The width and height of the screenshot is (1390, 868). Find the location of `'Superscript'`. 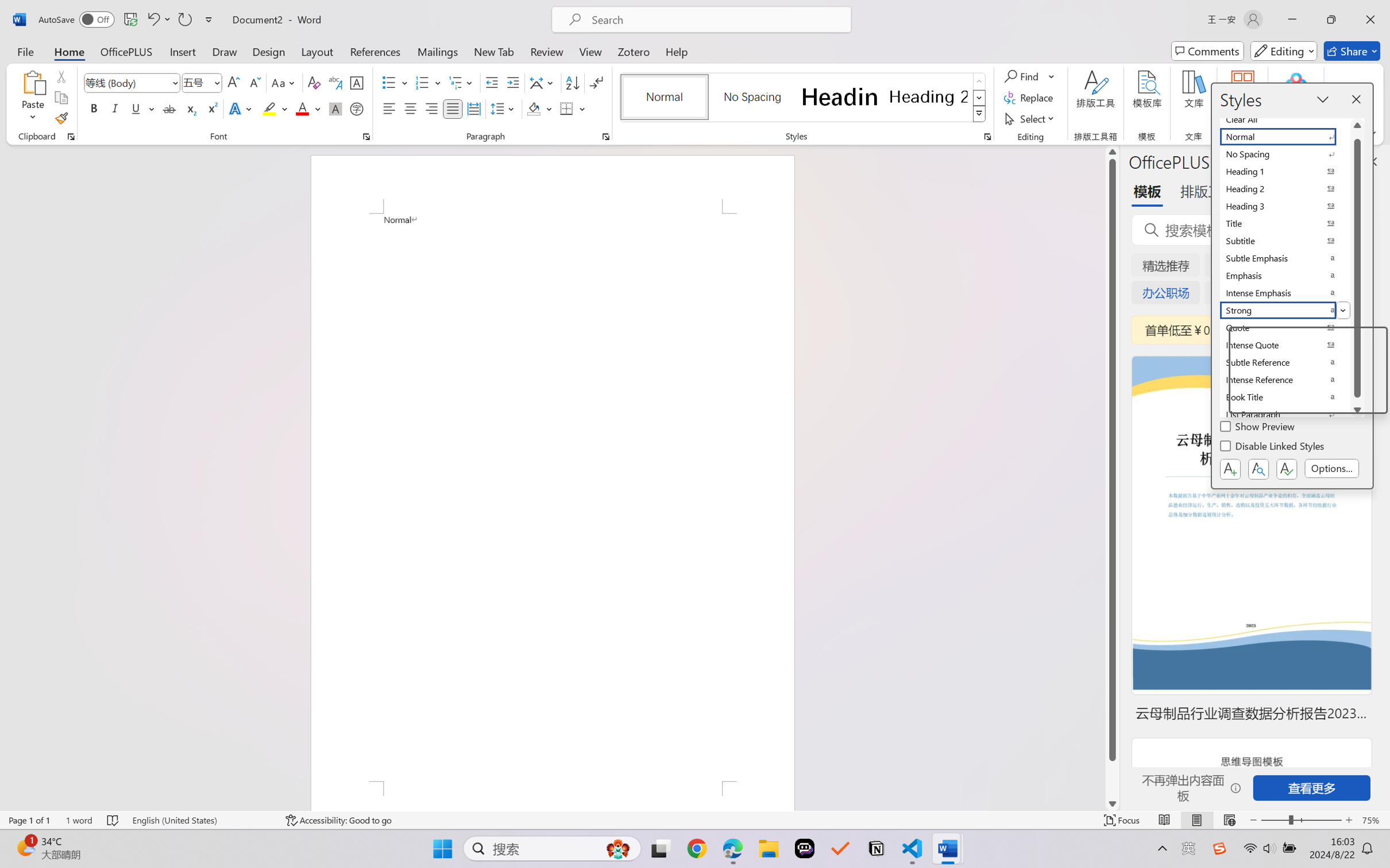

'Superscript' is located at coordinates (211, 108).